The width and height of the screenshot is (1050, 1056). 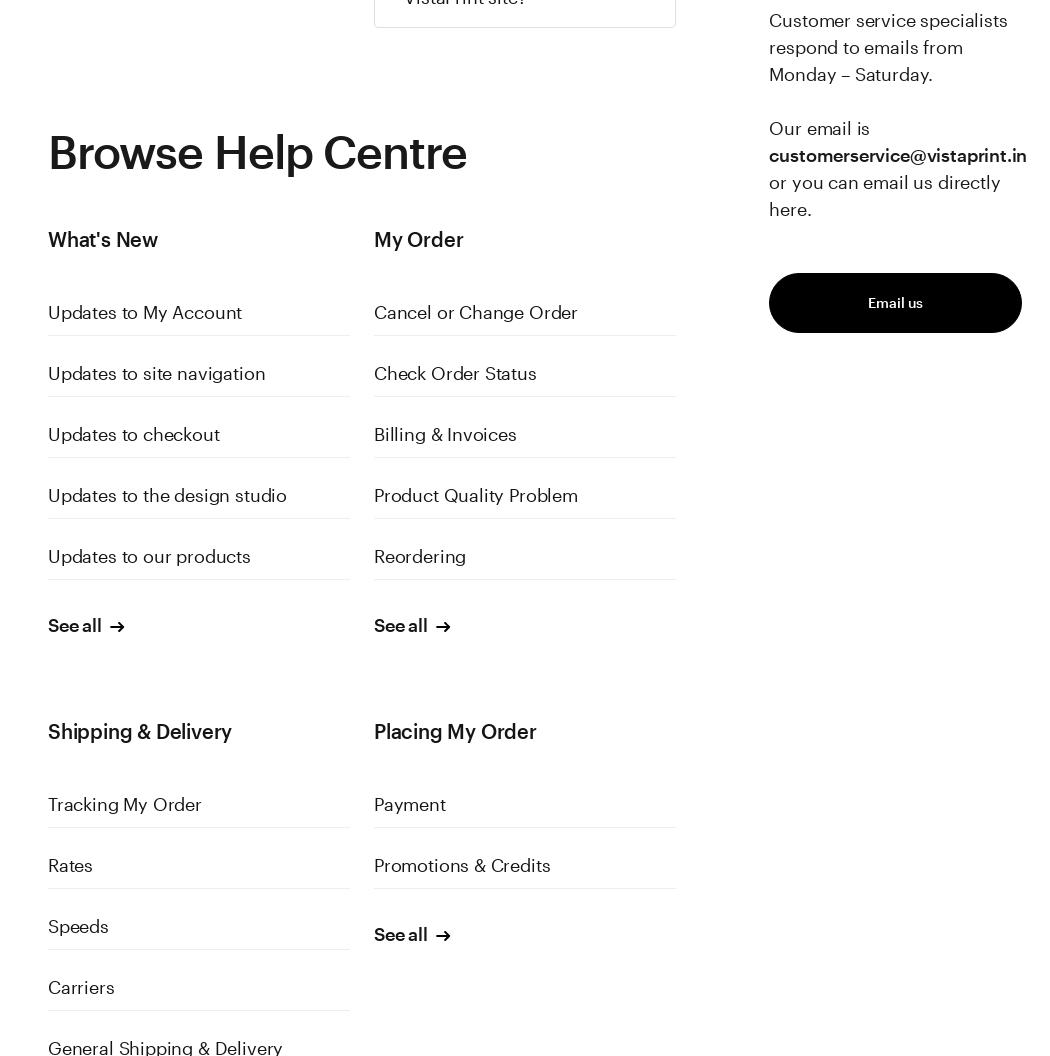 What do you see at coordinates (418, 555) in the screenshot?
I see `'Reordering'` at bounding box center [418, 555].